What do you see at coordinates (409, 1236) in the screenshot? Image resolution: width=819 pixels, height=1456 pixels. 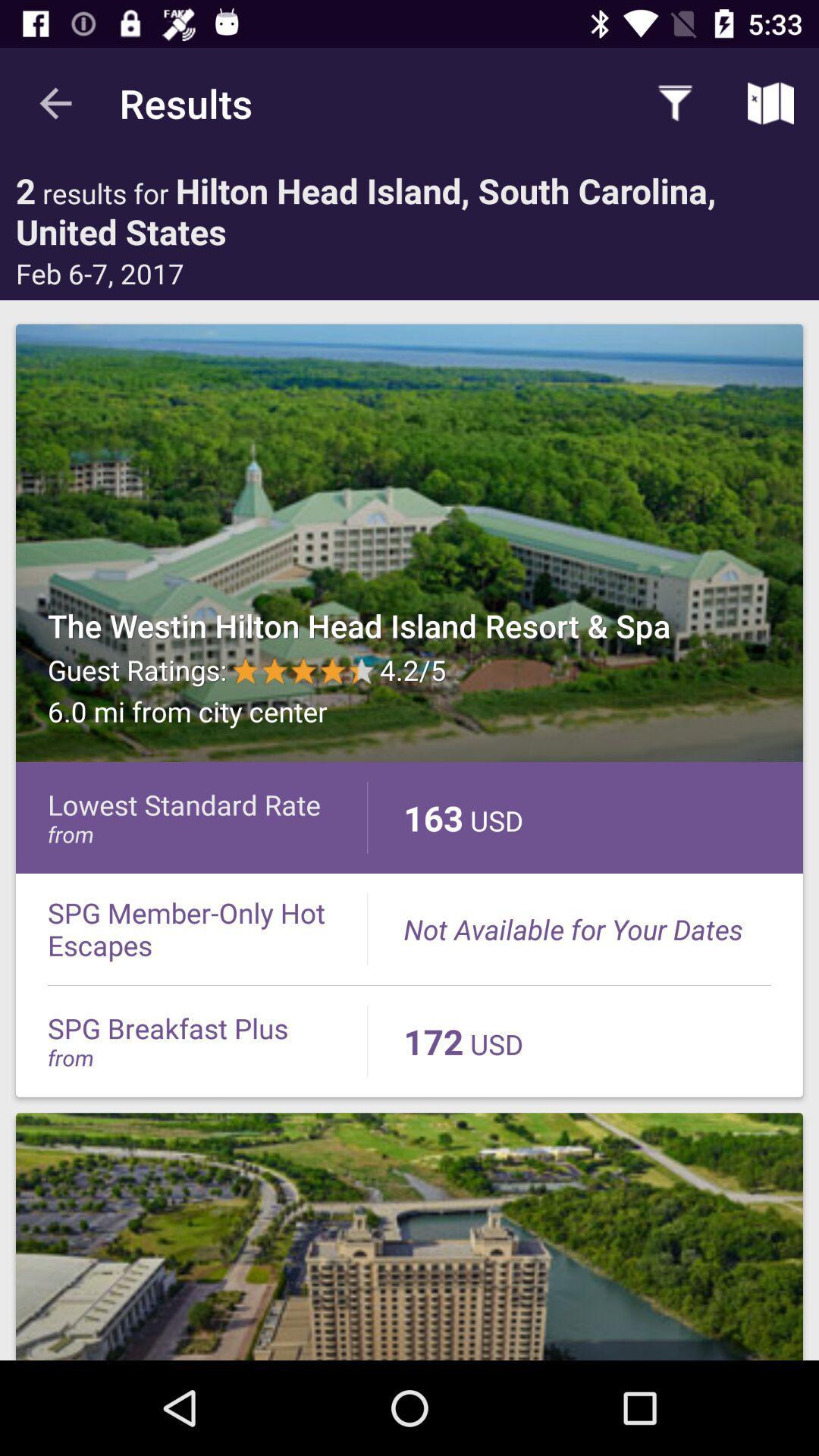 I see `click link` at bounding box center [409, 1236].